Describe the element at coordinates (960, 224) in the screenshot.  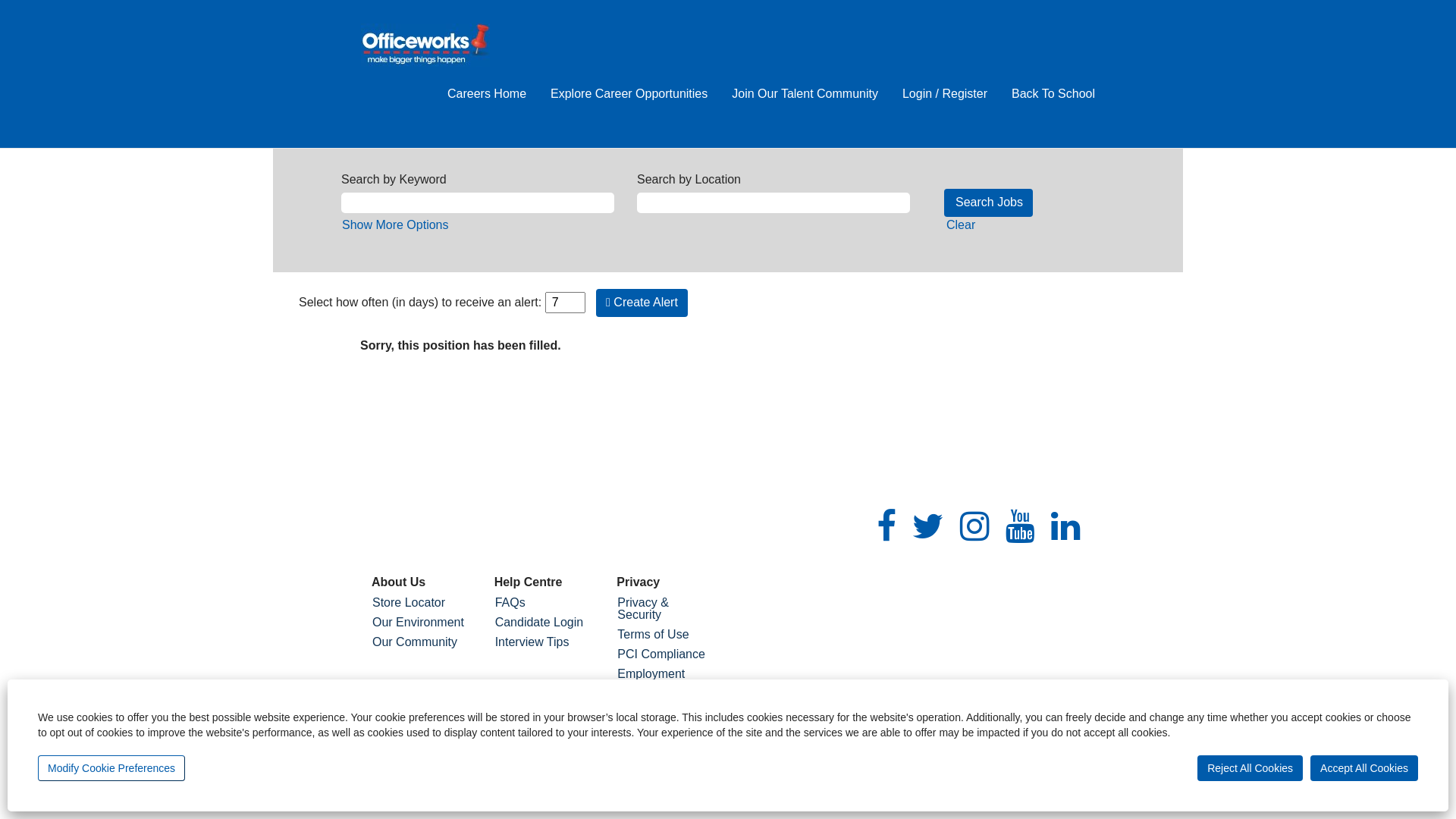
I see `'Clear'` at that location.